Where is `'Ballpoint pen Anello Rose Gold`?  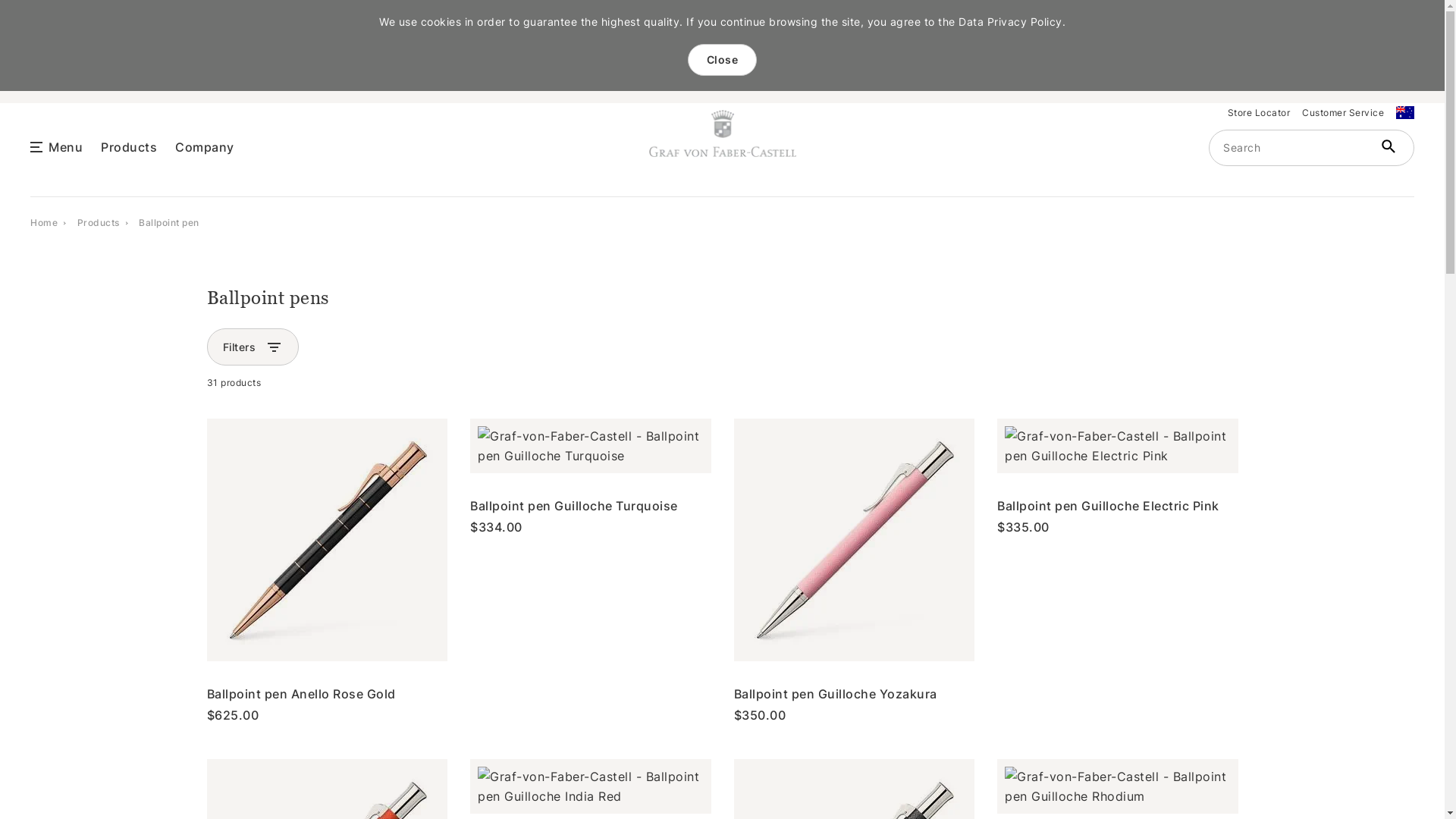
'Ballpoint pen Anello Rose Gold is located at coordinates (326, 570).